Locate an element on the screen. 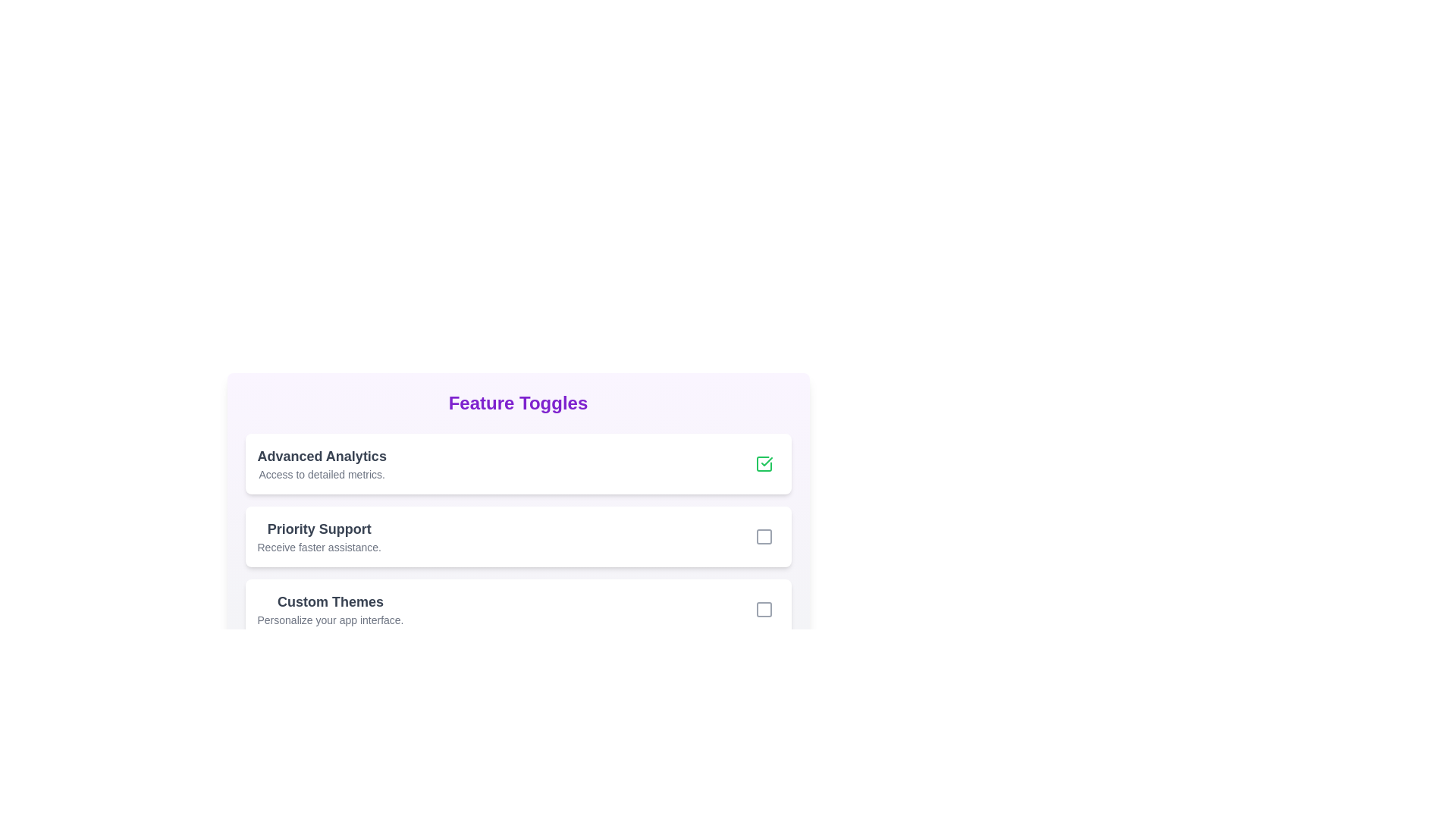  the interactive button for 'Custom Themes' located on the far right side of the section, adjacent to 'Personalize your app interface.' is located at coordinates (764, 608).